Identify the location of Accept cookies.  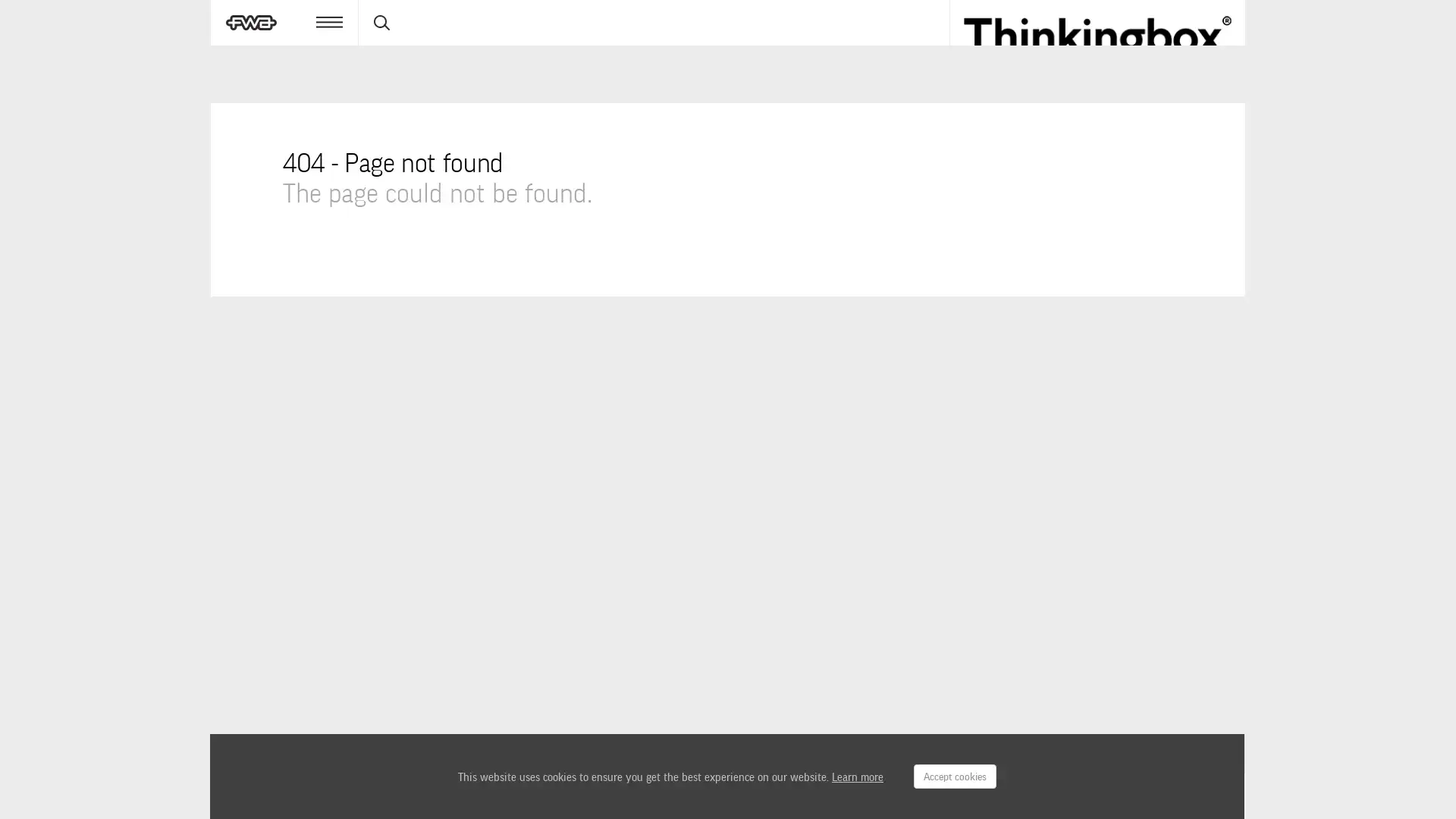
(954, 776).